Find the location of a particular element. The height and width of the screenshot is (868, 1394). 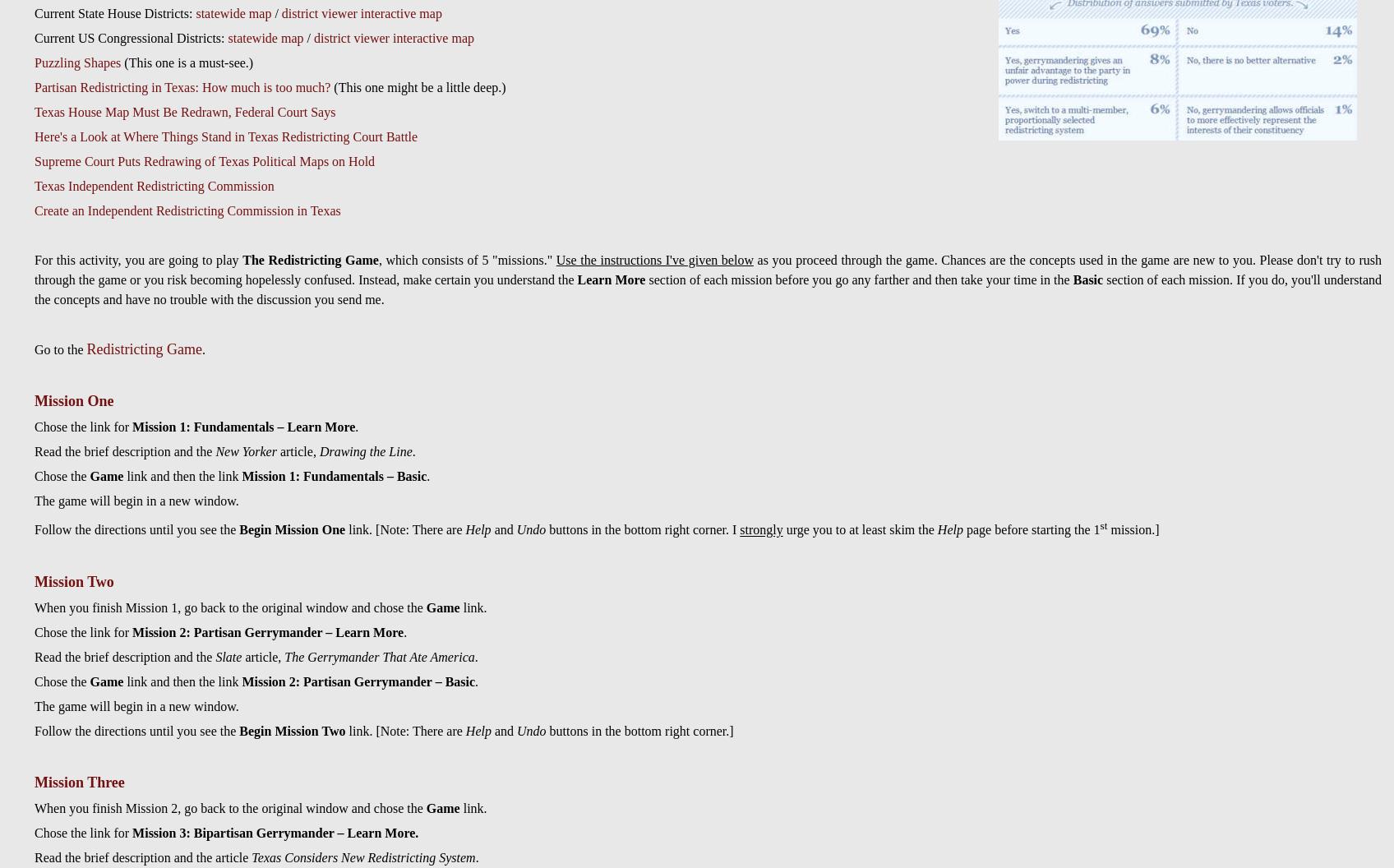

'Current State House Districts:' is located at coordinates (113, 13).